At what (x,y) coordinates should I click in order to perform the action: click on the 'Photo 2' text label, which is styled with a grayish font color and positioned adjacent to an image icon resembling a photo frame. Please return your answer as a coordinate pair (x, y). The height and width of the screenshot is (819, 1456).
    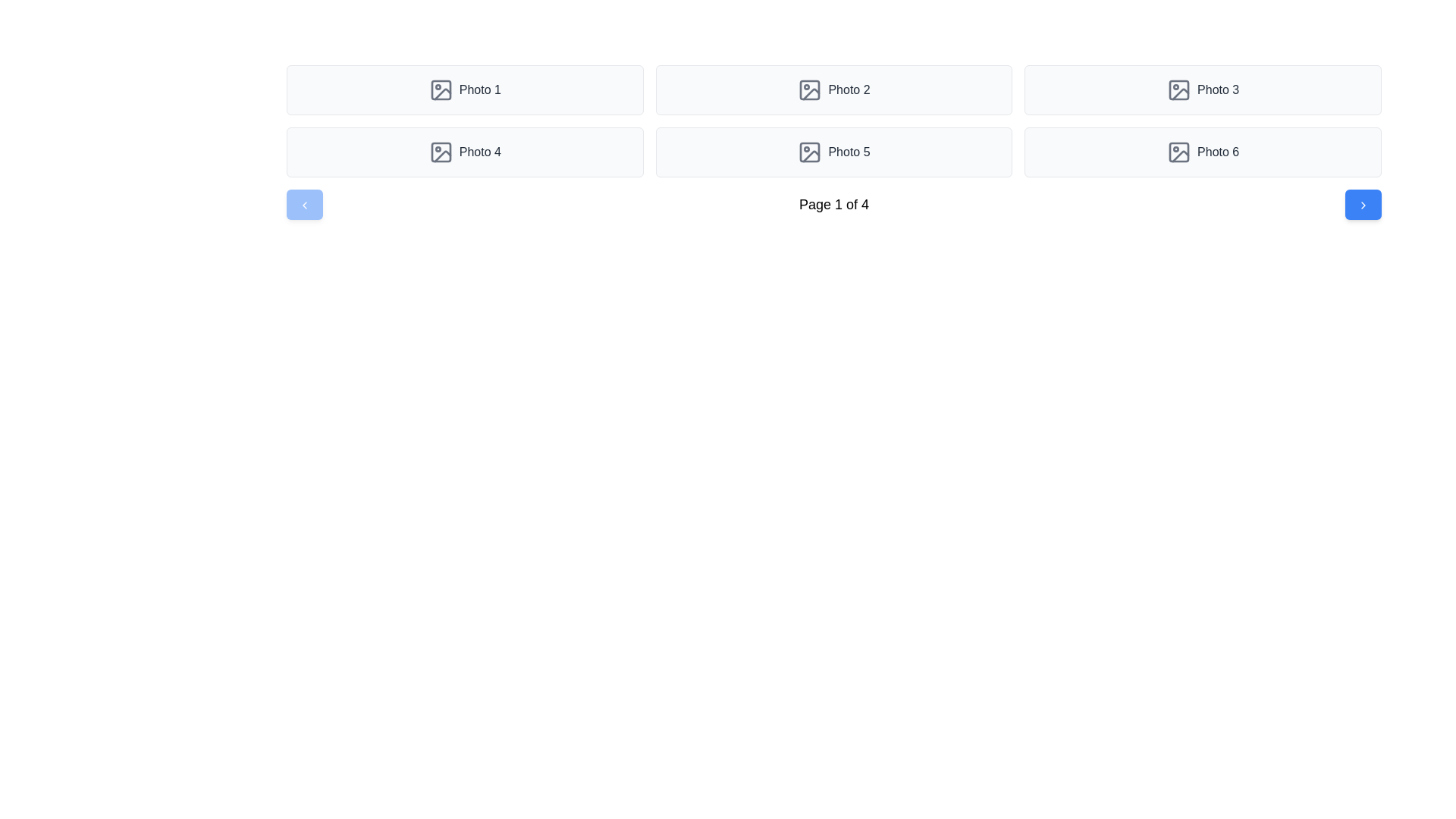
    Looking at the image, I should click on (848, 90).